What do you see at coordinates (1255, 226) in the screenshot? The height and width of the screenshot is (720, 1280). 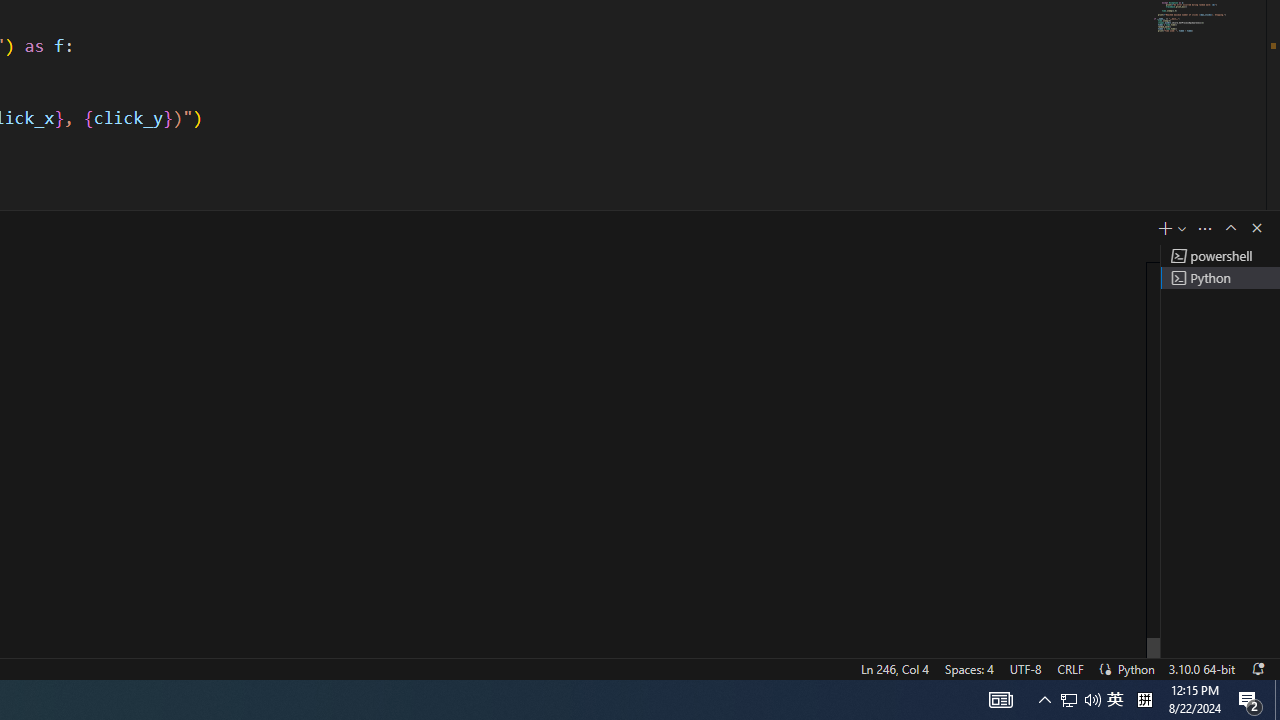 I see `'Hide Panel'` at bounding box center [1255, 226].